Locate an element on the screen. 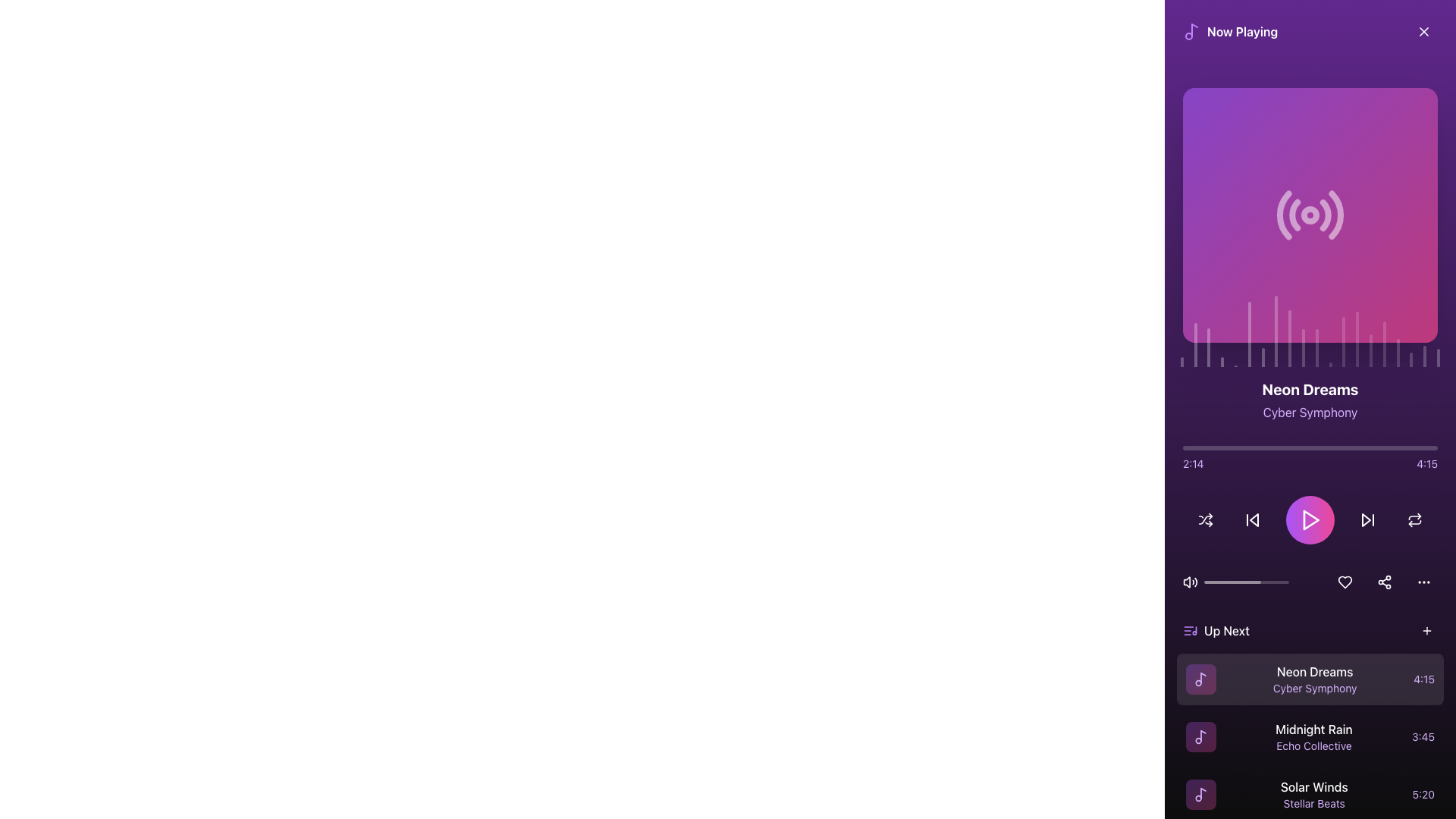 This screenshot has width=1456, height=819. the text label displaying 'Echo Collective', which is located directly below 'Midnight Rain' in the 'Up Next' section of the music player interface is located at coordinates (1313, 745).